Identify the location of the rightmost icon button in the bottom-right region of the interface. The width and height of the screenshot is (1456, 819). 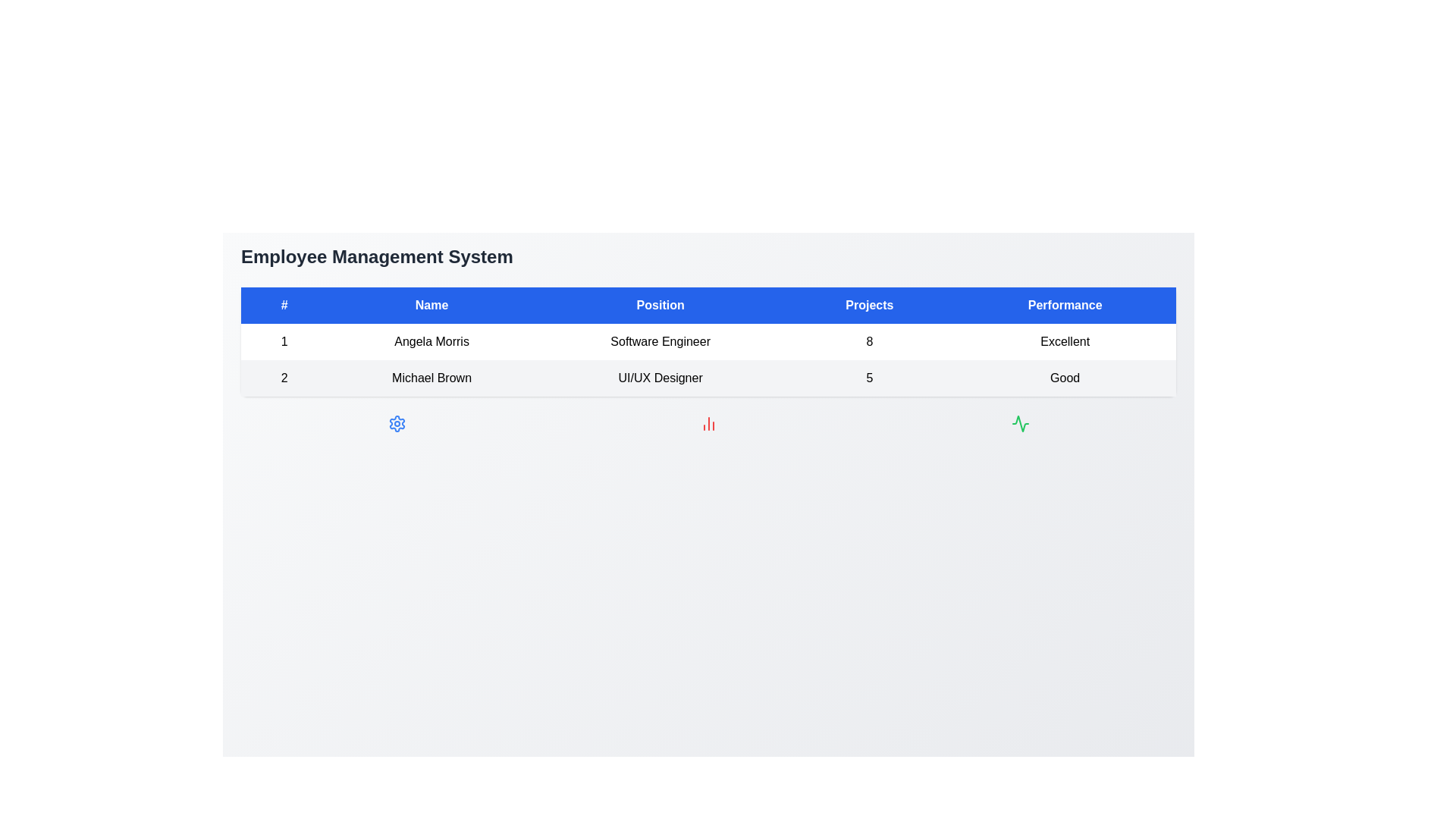
(1020, 424).